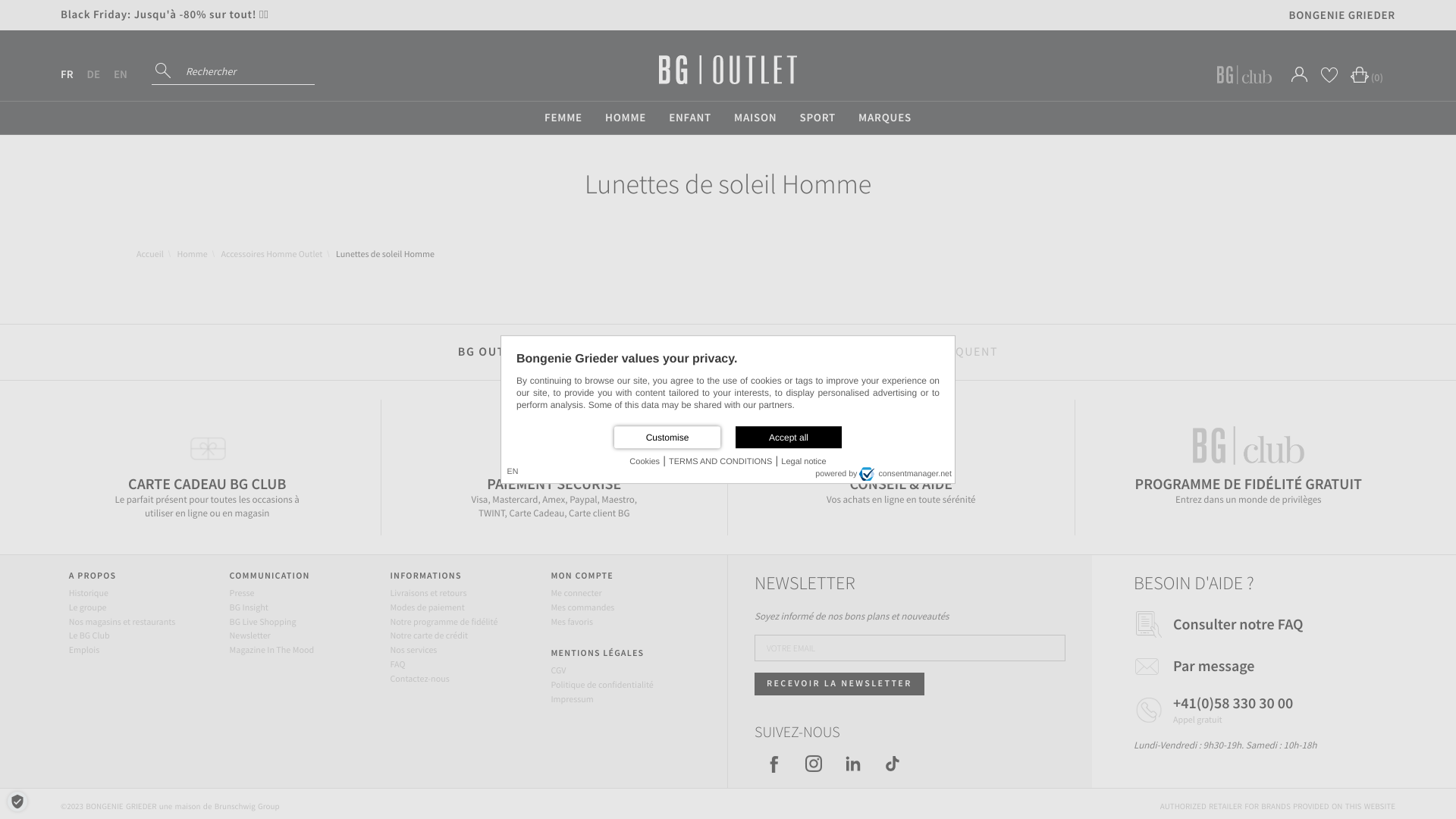 The image size is (1456, 819). I want to click on 'Nos magasins et restaurants', so click(122, 622).